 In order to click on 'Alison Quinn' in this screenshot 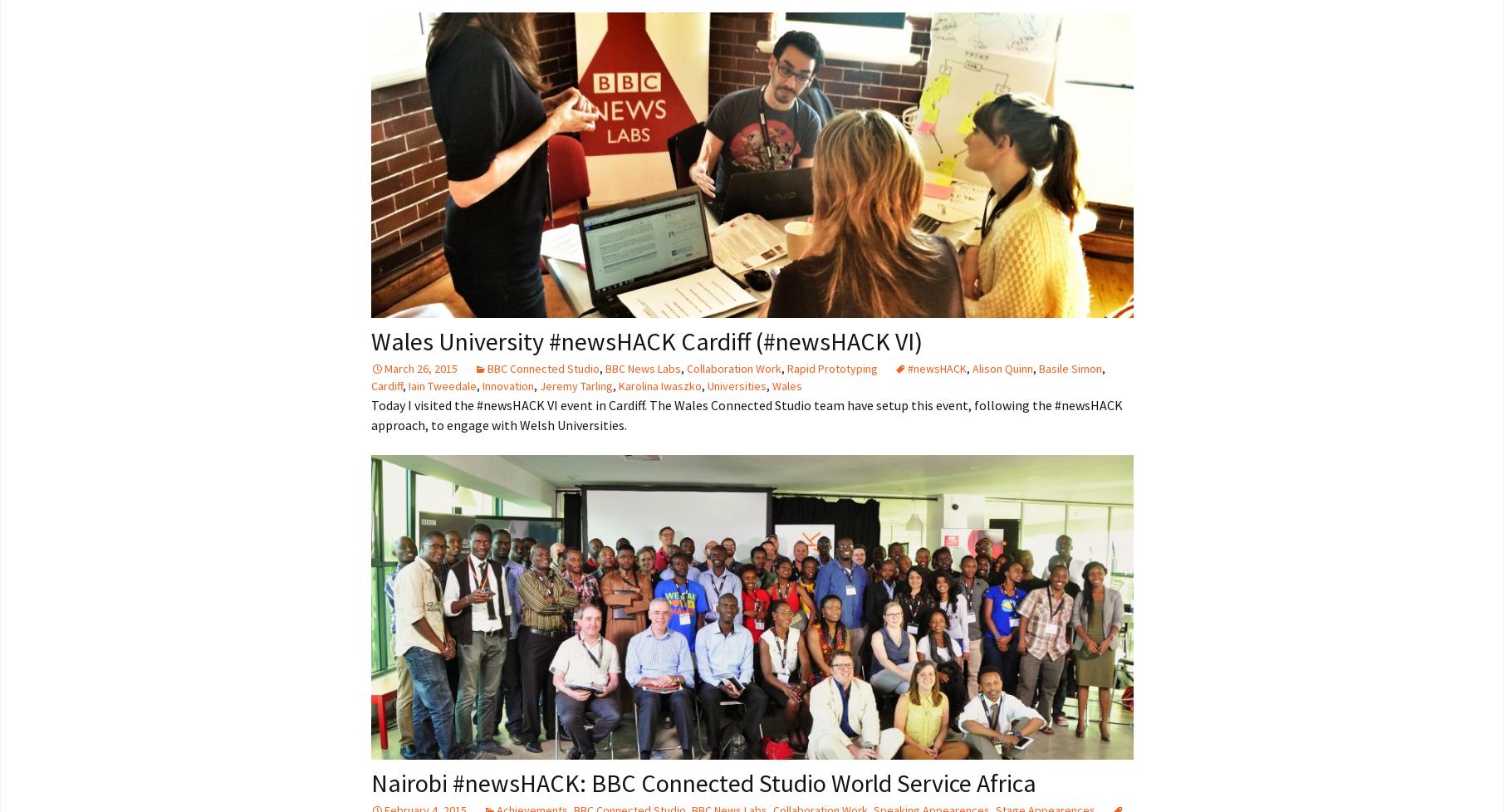, I will do `click(1001, 367)`.